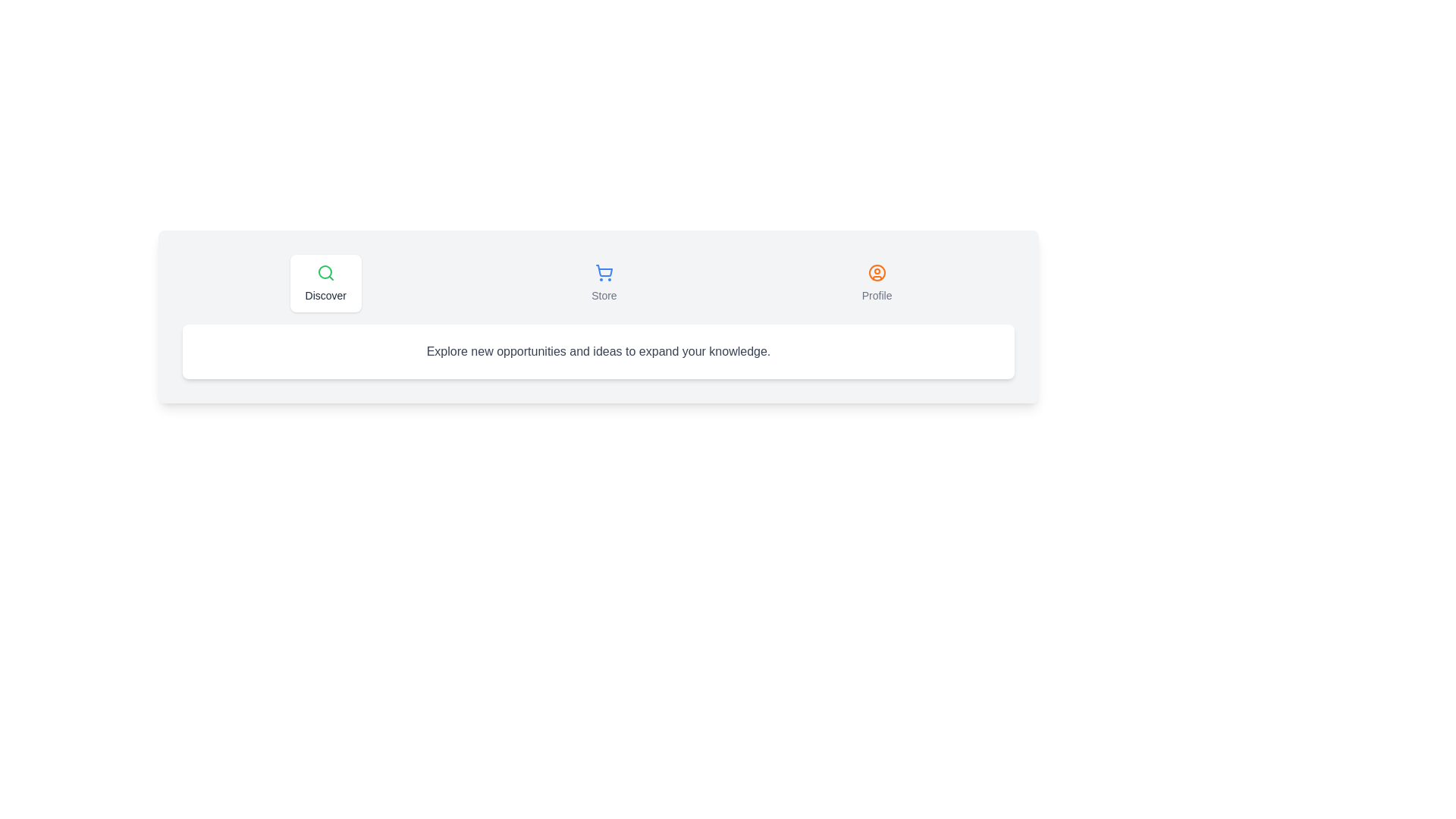 The image size is (1456, 819). I want to click on the tab labeled Store to display its associated content, so click(603, 284).